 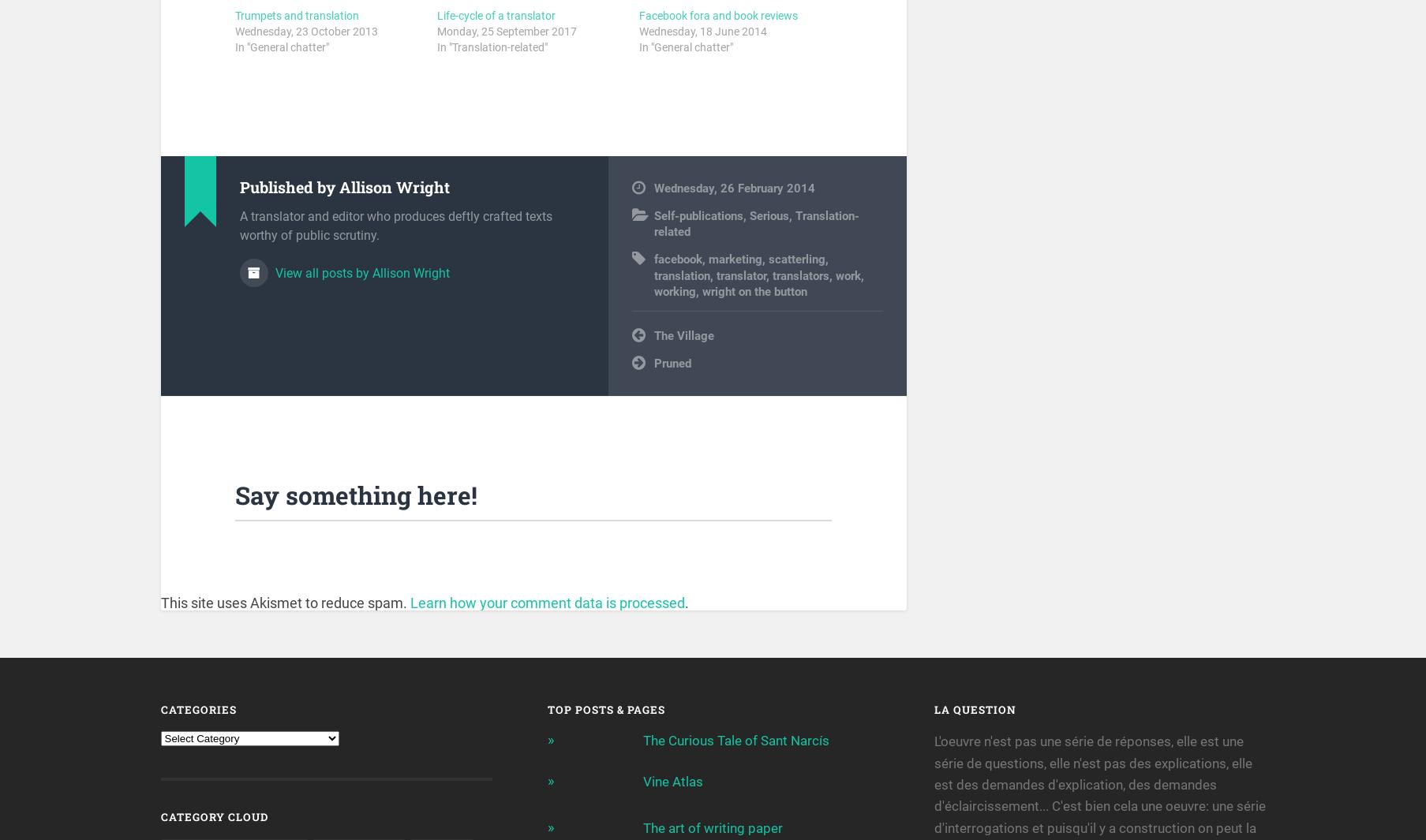 What do you see at coordinates (681, 278) in the screenshot?
I see `'translation'` at bounding box center [681, 278].